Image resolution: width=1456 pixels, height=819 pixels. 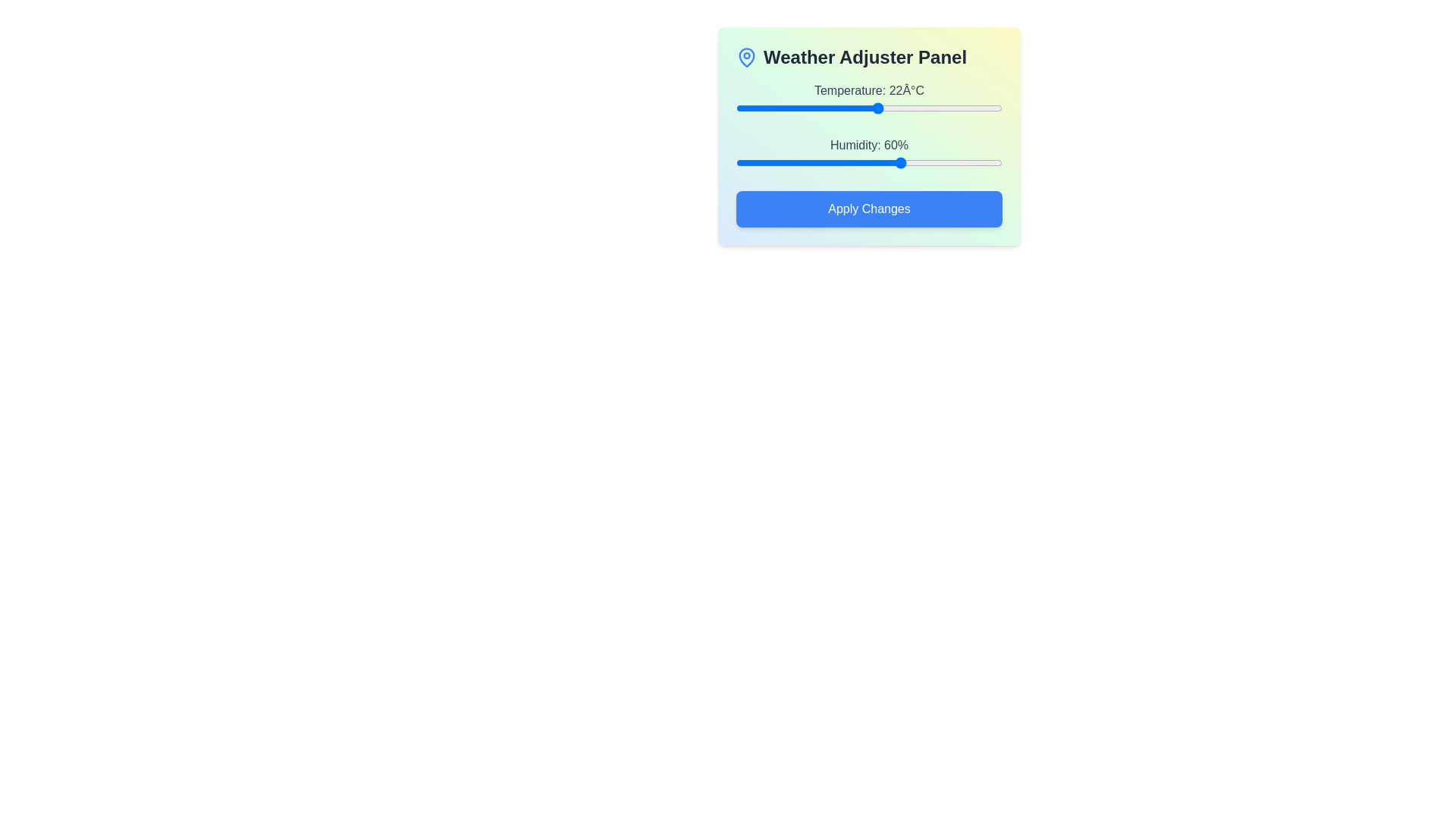 I want to click on the humidity slider to 40%, so click(x=835, y=163).